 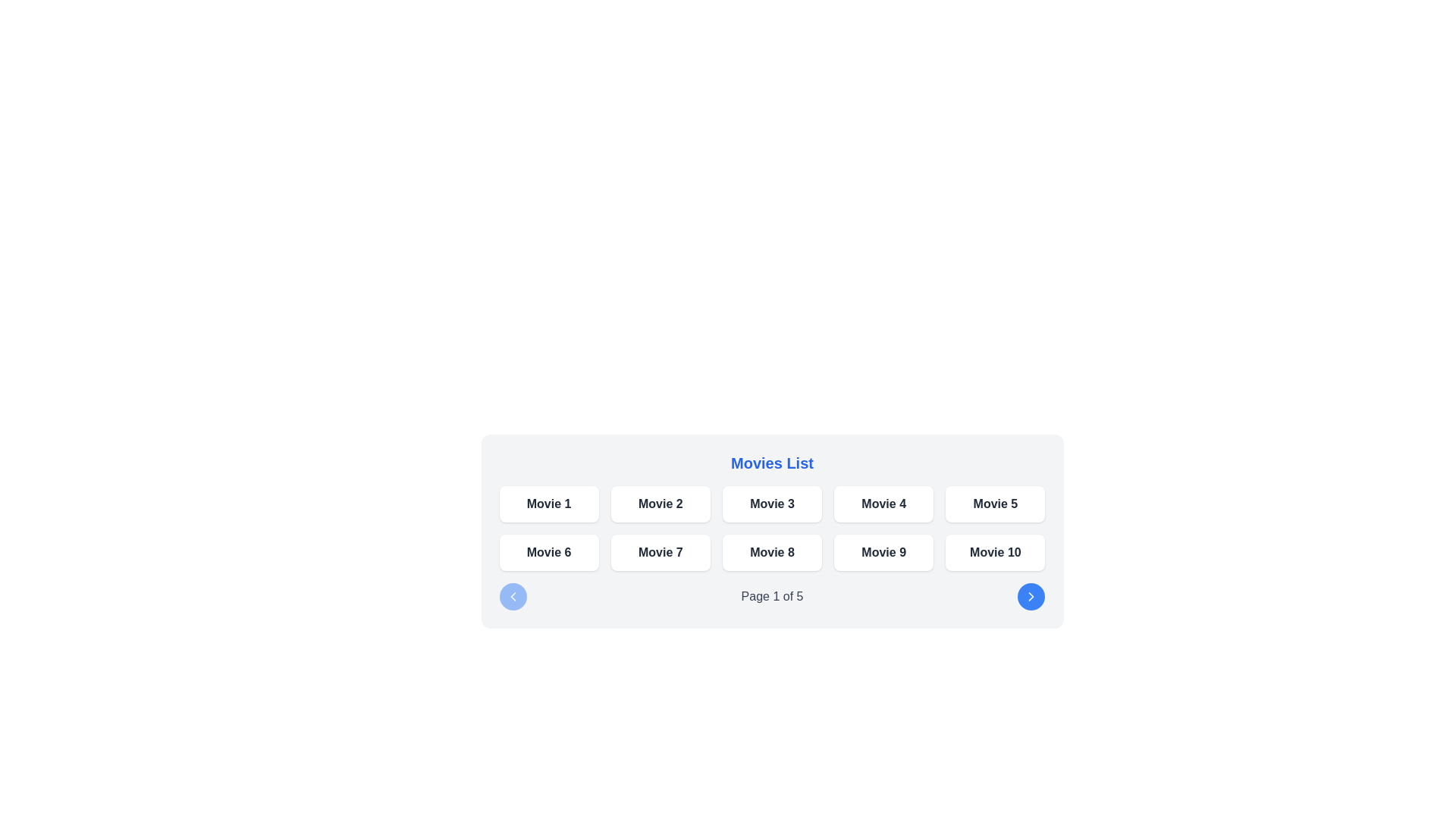 What do you see at coordinates (661, 504) in the screenshot?
I see `the 'Movie 2' button located in the Movies List section, which is a rounded rectangular button with a white background and bold dark gray text` at bounding box center [661, 504].